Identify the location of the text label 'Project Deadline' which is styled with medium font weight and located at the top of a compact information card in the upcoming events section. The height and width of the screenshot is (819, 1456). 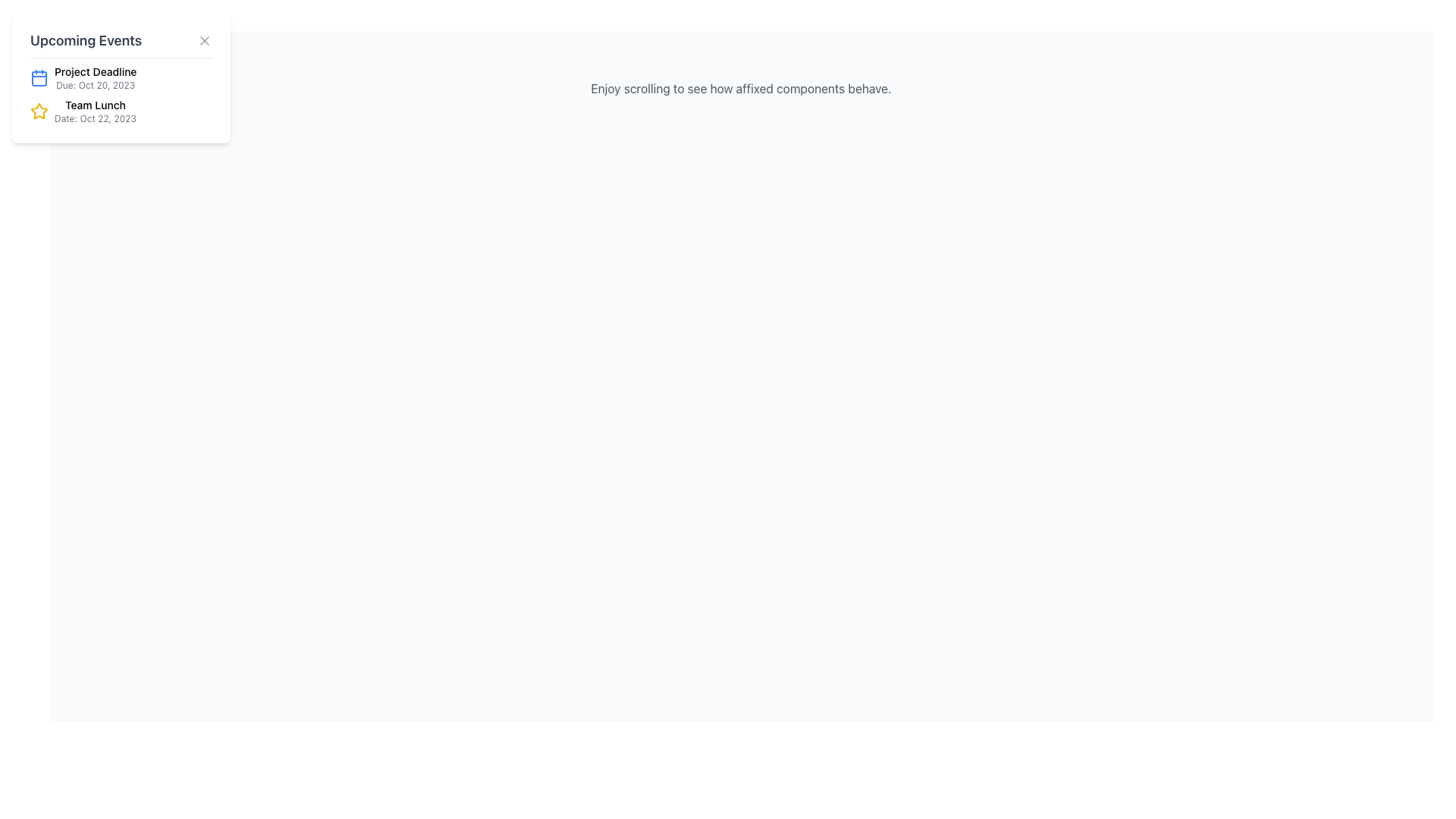
(95, 72).